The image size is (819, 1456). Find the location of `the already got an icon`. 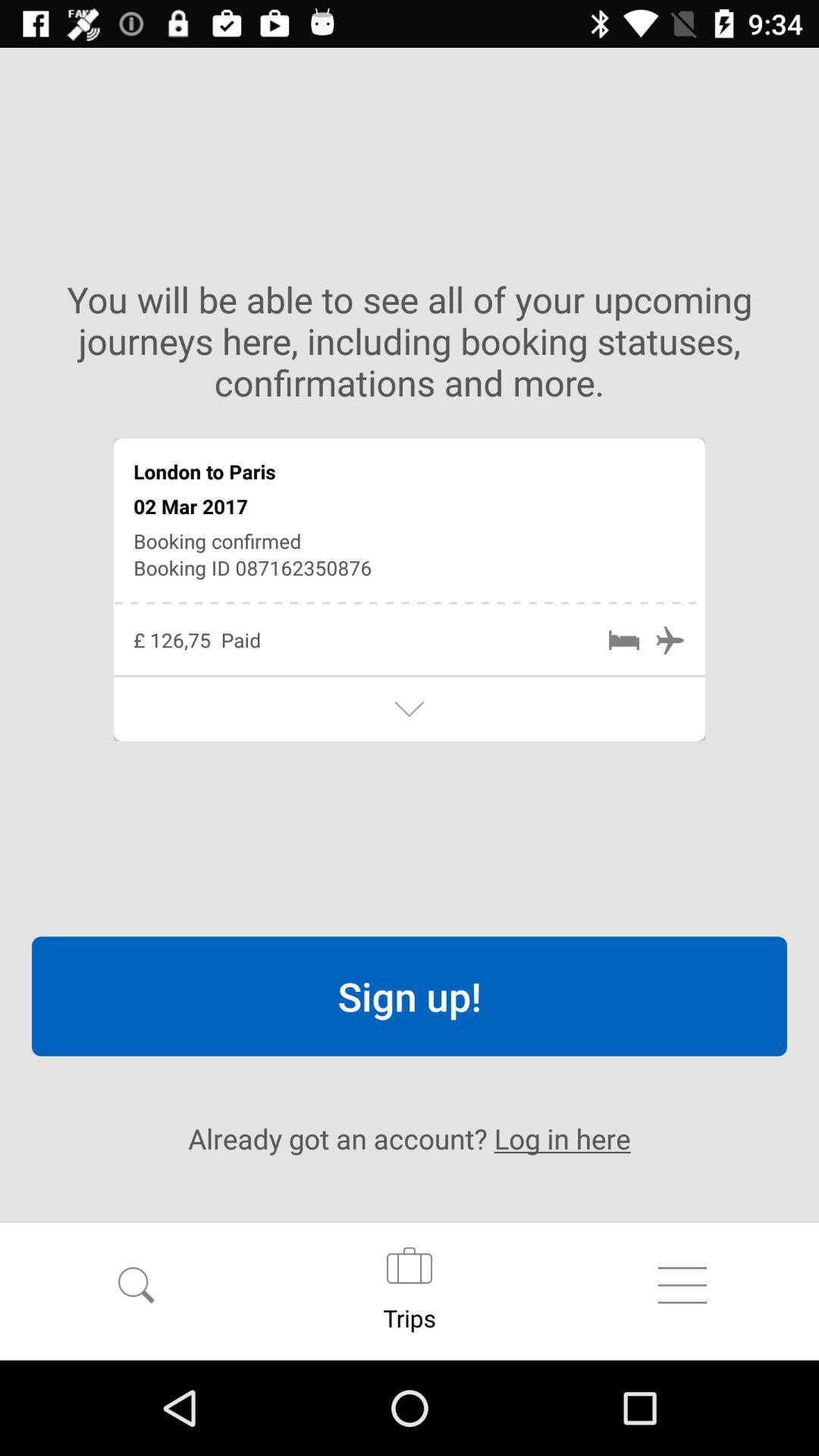

the already got an icon is located at coordinates (409, 1138).